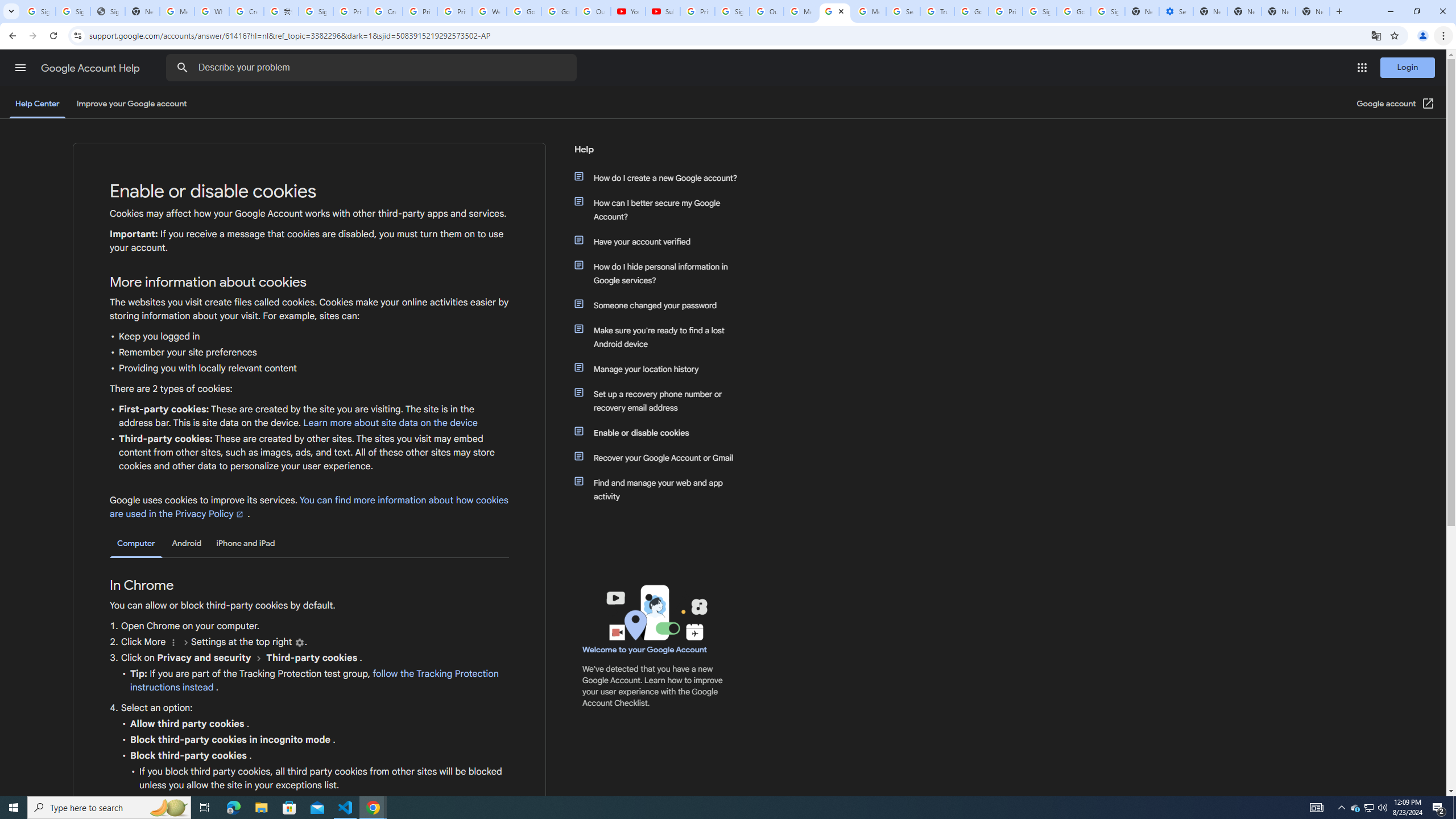 The image size is (1456, 819). I want to click on 'Sign in - Google Accounts', so click(73, 11).